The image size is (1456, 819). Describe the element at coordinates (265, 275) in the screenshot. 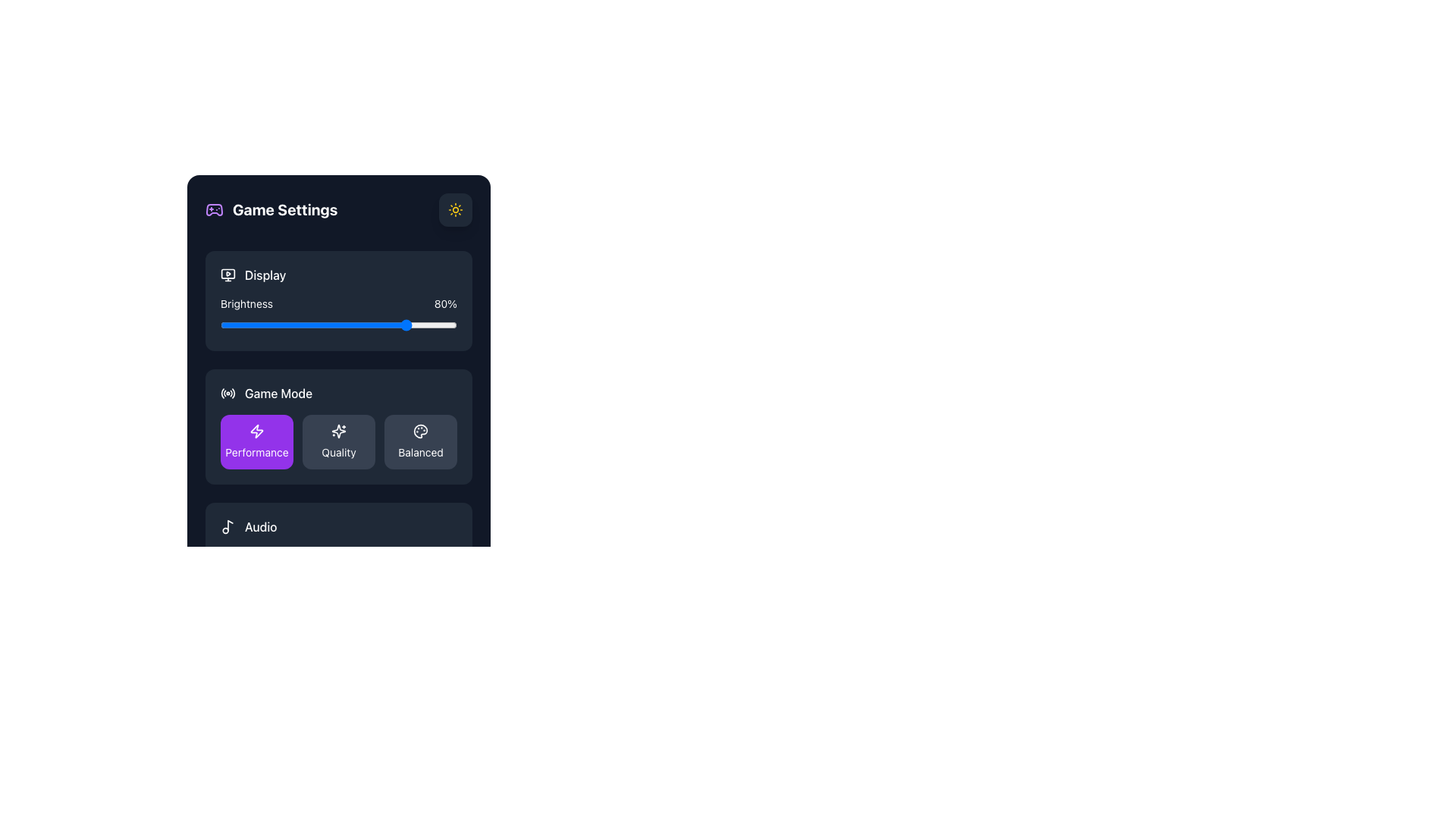

I see `text label displaying the word 'Display', which is styled with light text on a dark background and positioned to the right of a monitor icon` at that location.